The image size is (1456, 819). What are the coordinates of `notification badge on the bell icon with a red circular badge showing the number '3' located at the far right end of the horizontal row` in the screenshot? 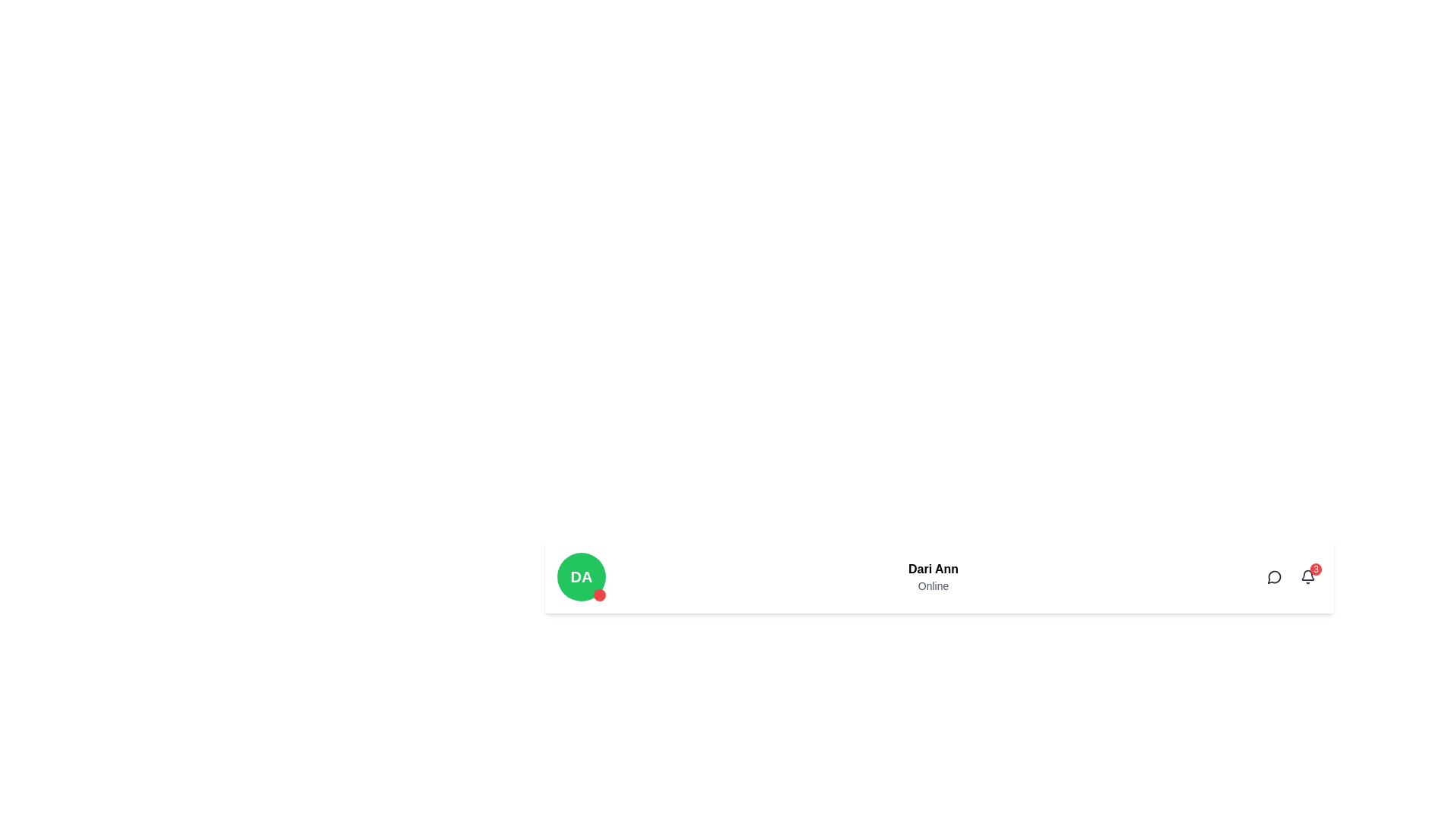 It's located at (1307, 576).